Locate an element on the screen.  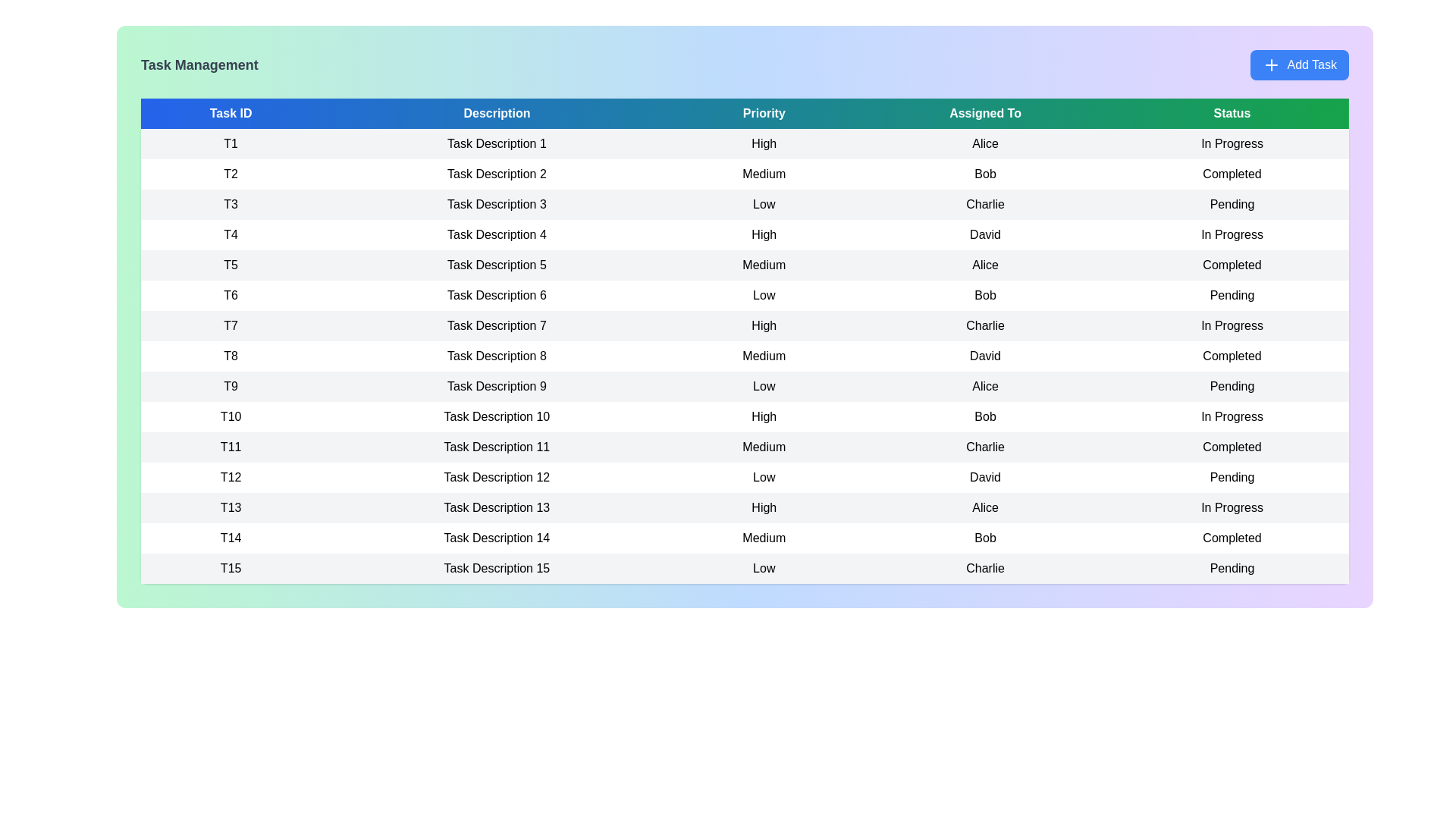
'Add Task' button to open the task creation form is located at coordinates (1298, 64).